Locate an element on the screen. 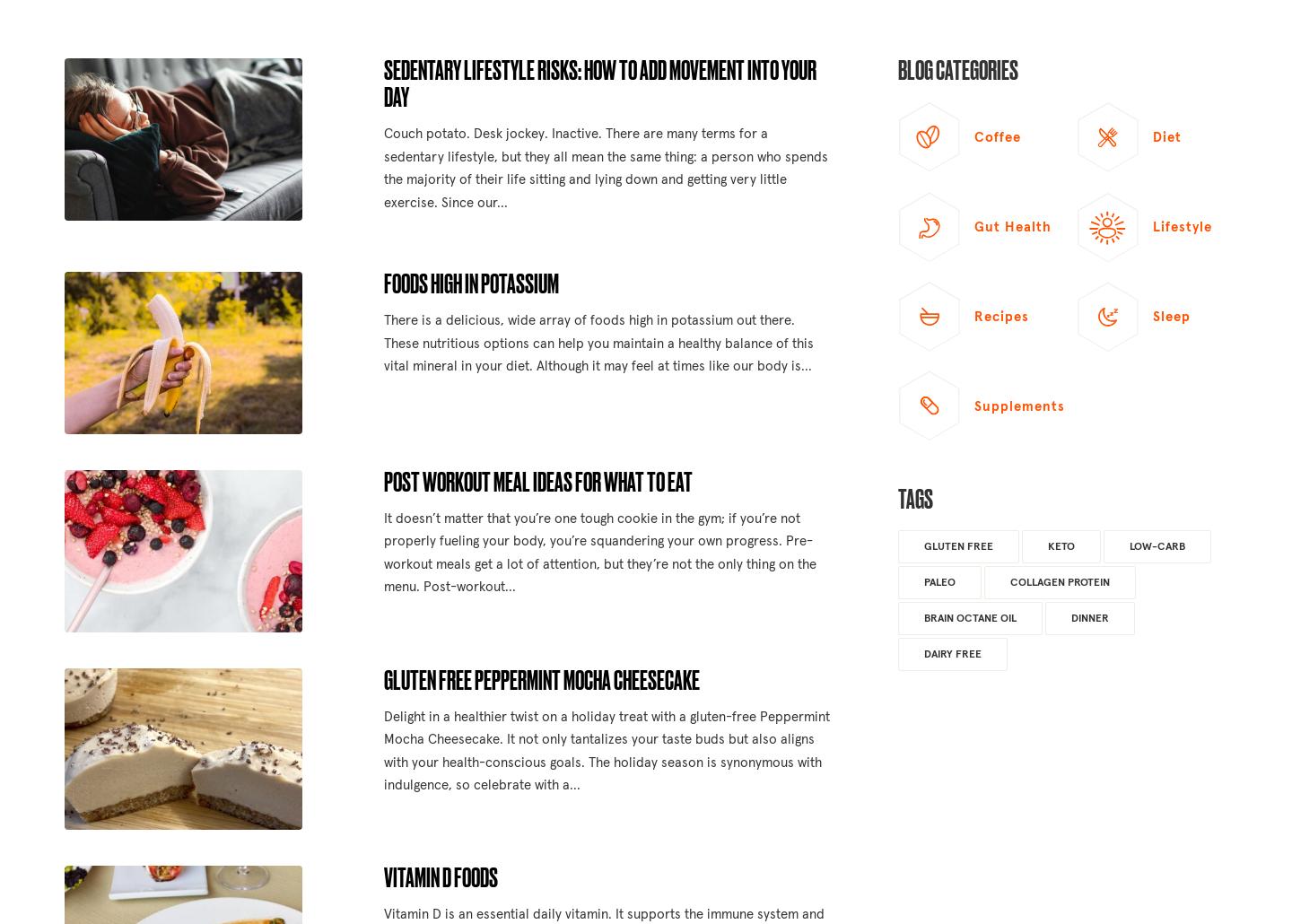 This screenshot has height=924, width=1292. 'Tags' is located at coordinates (896, 498).